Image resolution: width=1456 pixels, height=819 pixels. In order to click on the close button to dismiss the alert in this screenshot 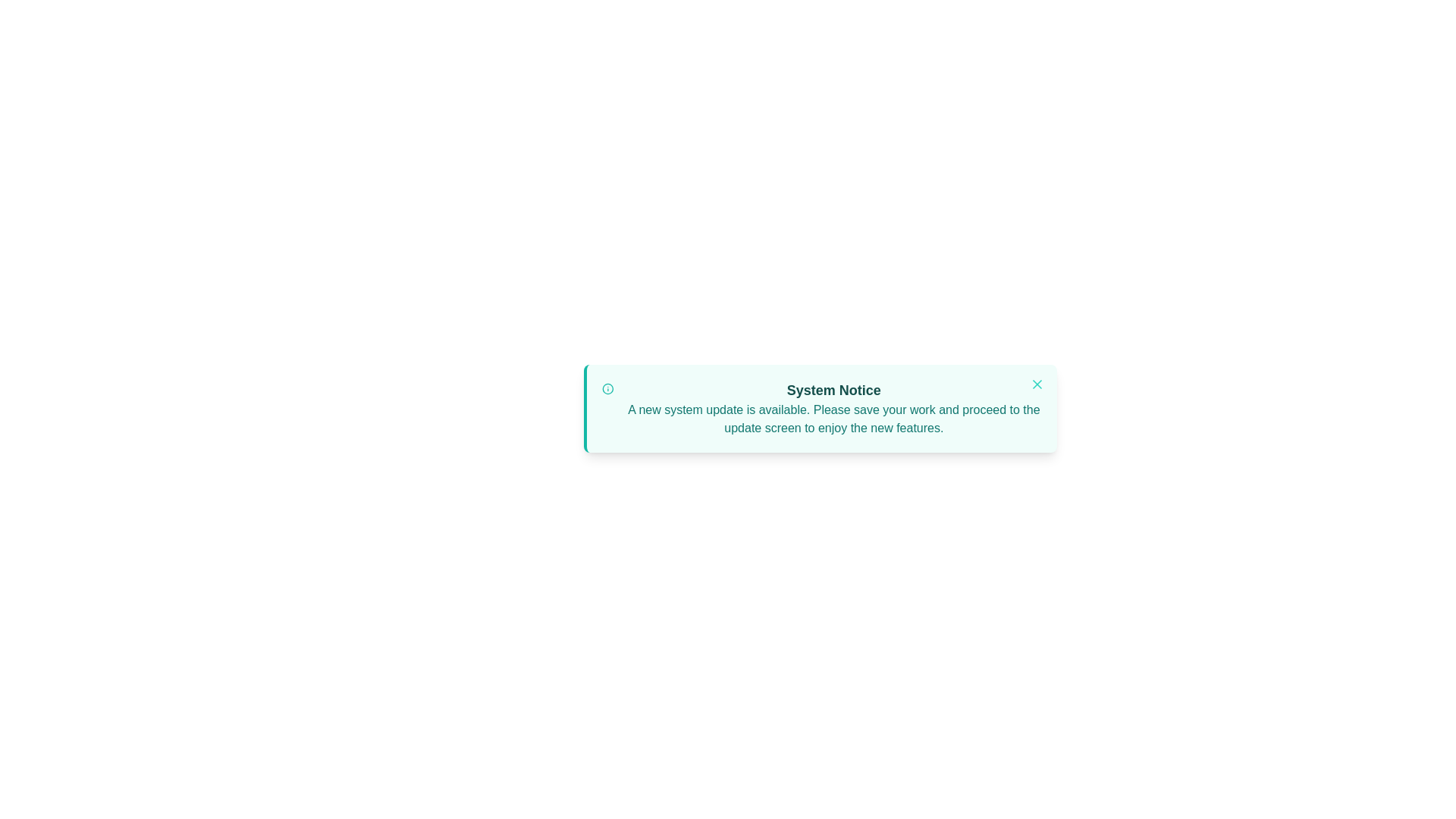, I will do `click(1037, 383)`.